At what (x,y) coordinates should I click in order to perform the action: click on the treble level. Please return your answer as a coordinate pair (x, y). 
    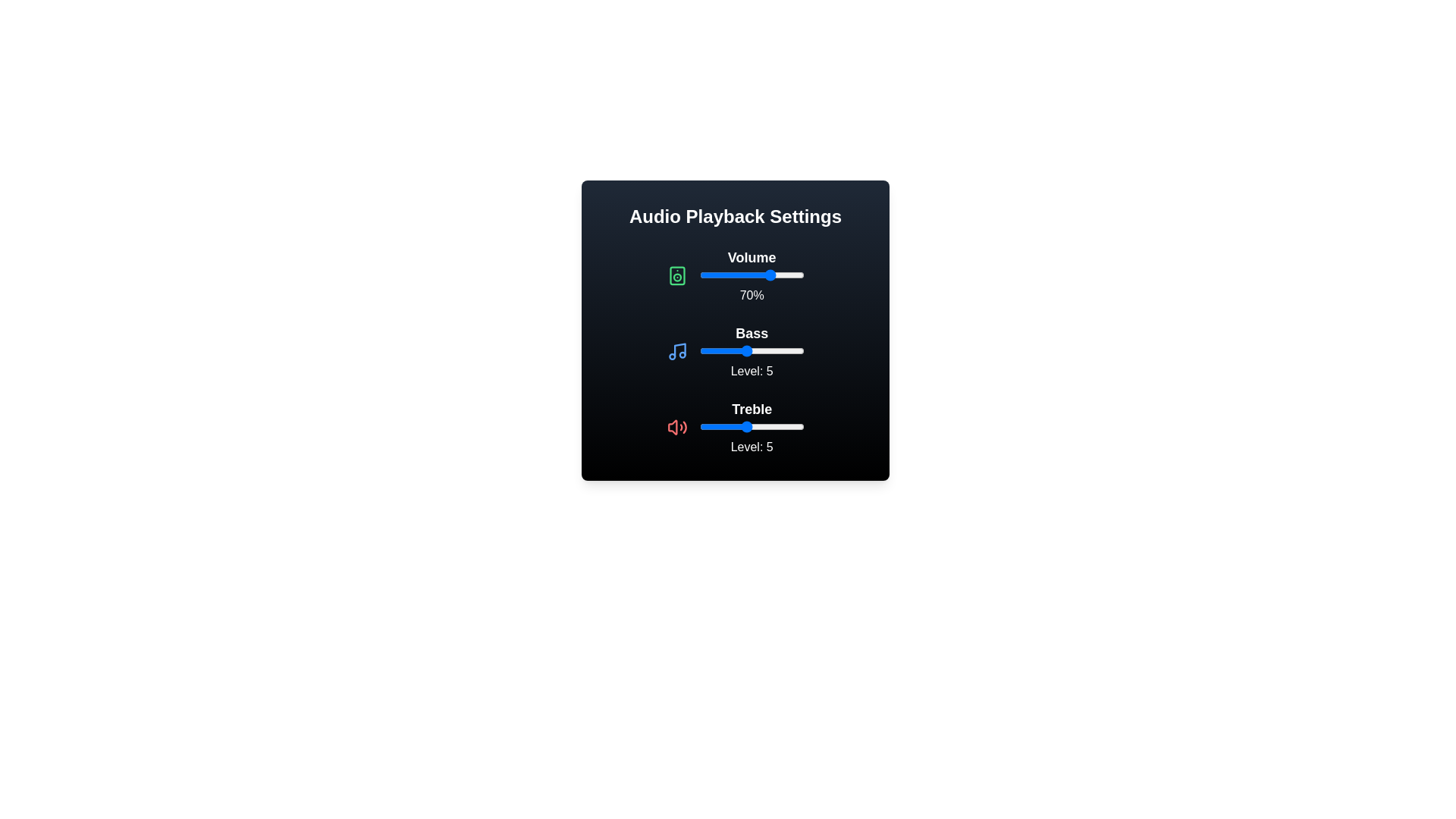
    Looking at the image, I should click on (745, 427).